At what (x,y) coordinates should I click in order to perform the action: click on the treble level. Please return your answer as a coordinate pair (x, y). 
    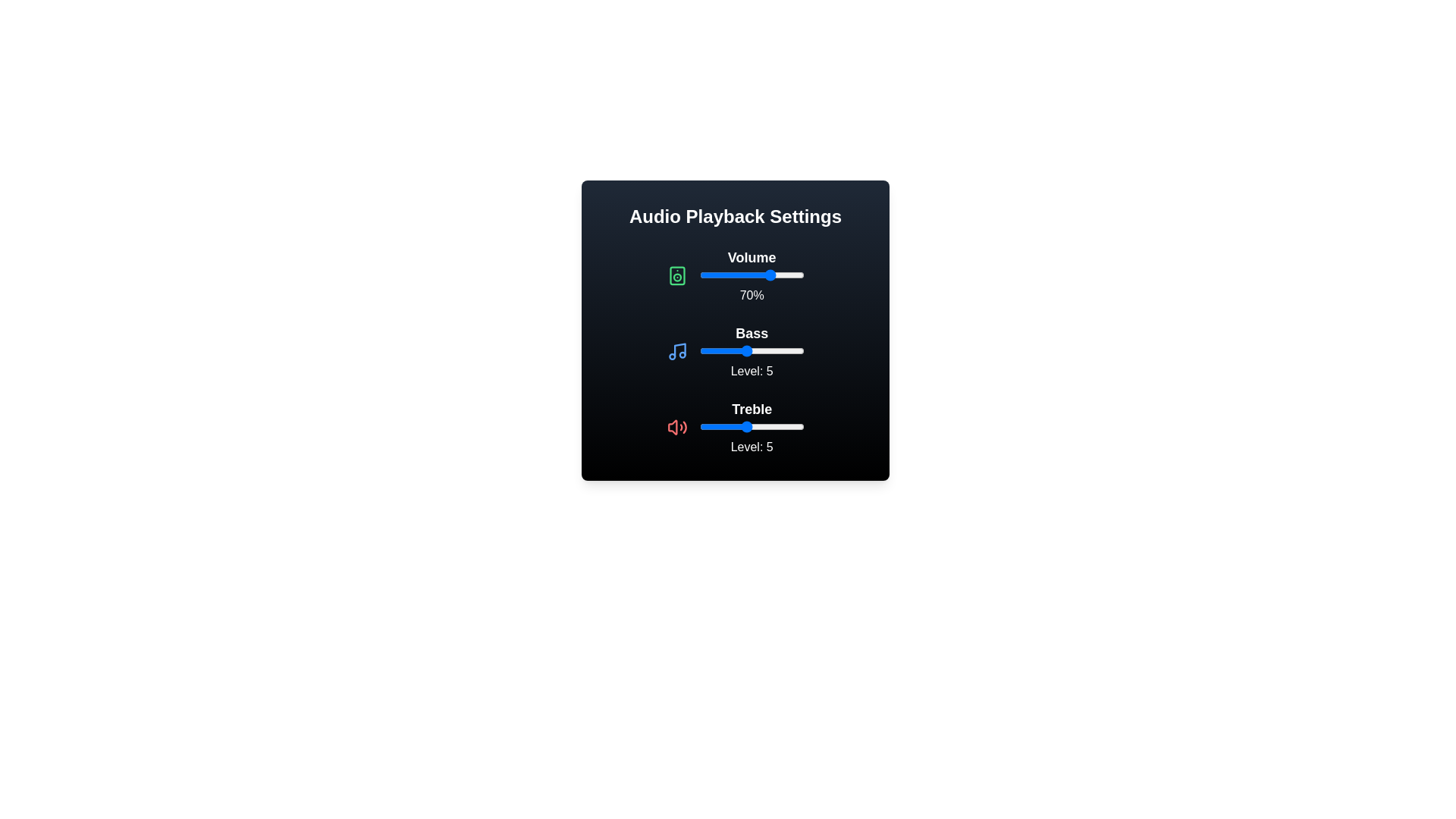
    Looking at the image, I should click on (745, 427).